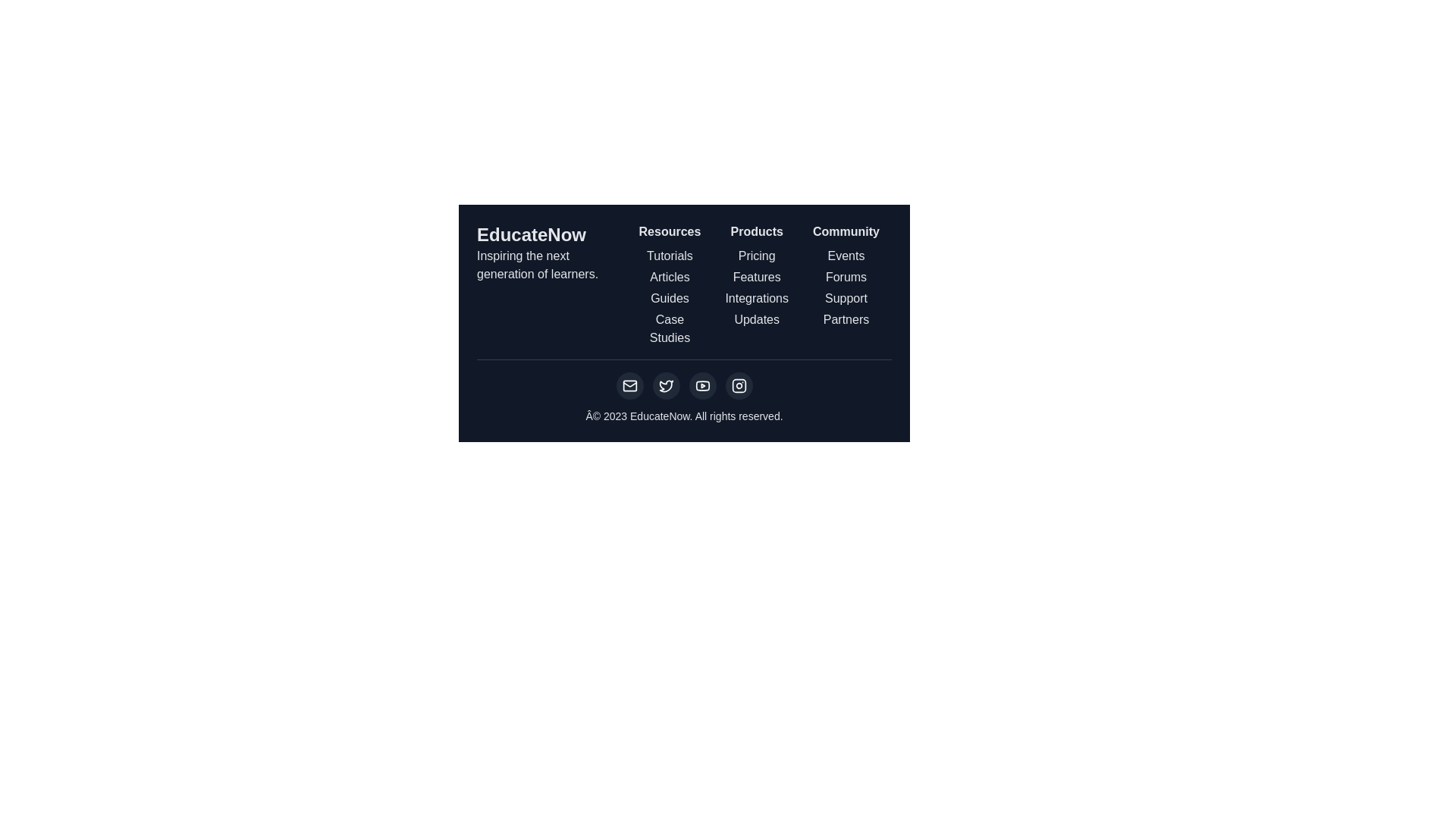  What do you see at coordinates (629, 385) in the screenshot?
I see `the leftmost icon button located at the bottom center of the footer` at bounding box center [629, 385].